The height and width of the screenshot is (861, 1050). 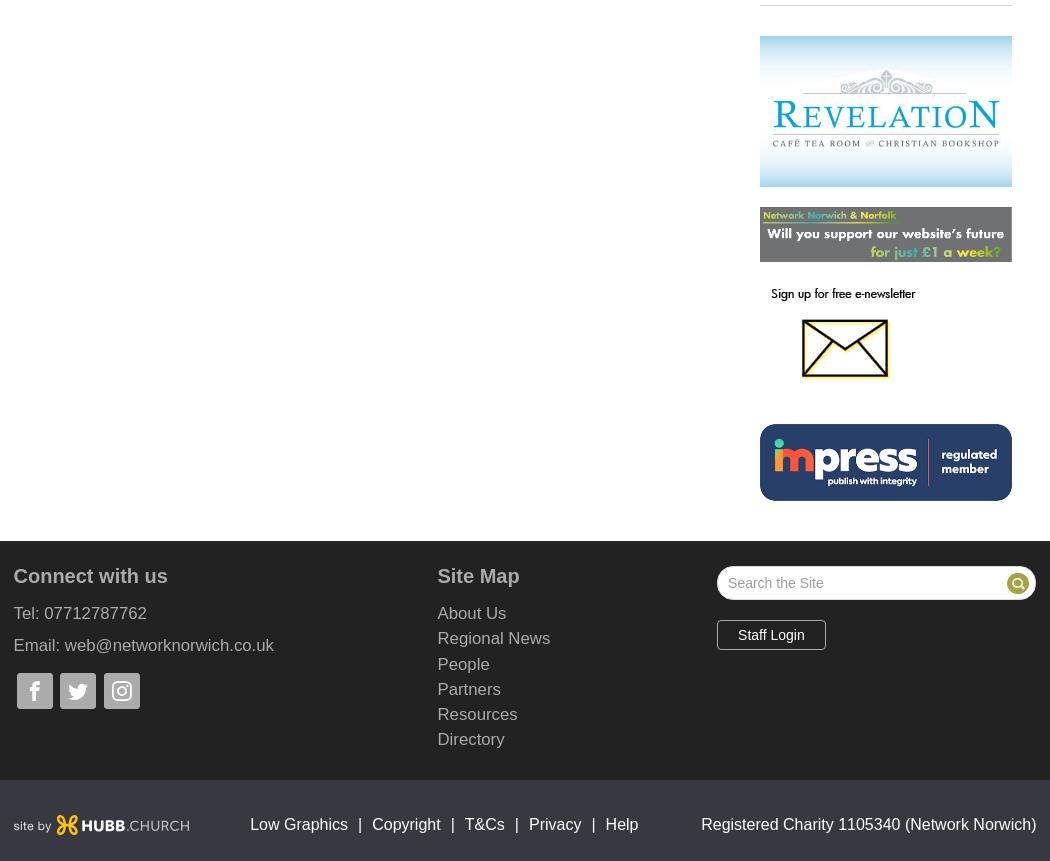 What do you see at coordinates (471, 612) in the screenshot?
I see `'About Us'` at bounding box center [471, 612].